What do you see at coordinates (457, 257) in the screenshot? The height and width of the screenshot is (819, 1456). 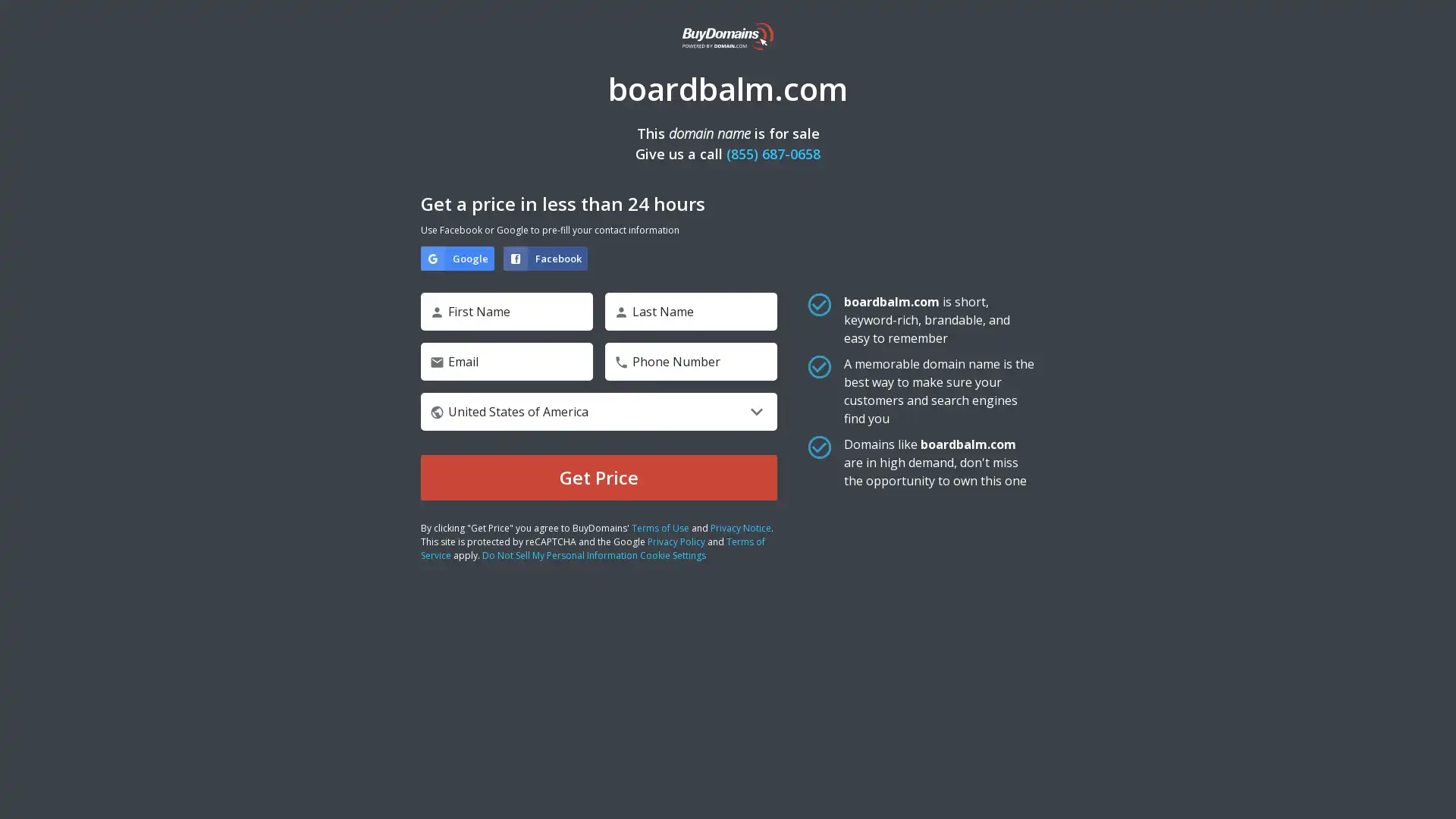 I see `Google` at bounding box center [457, 257].